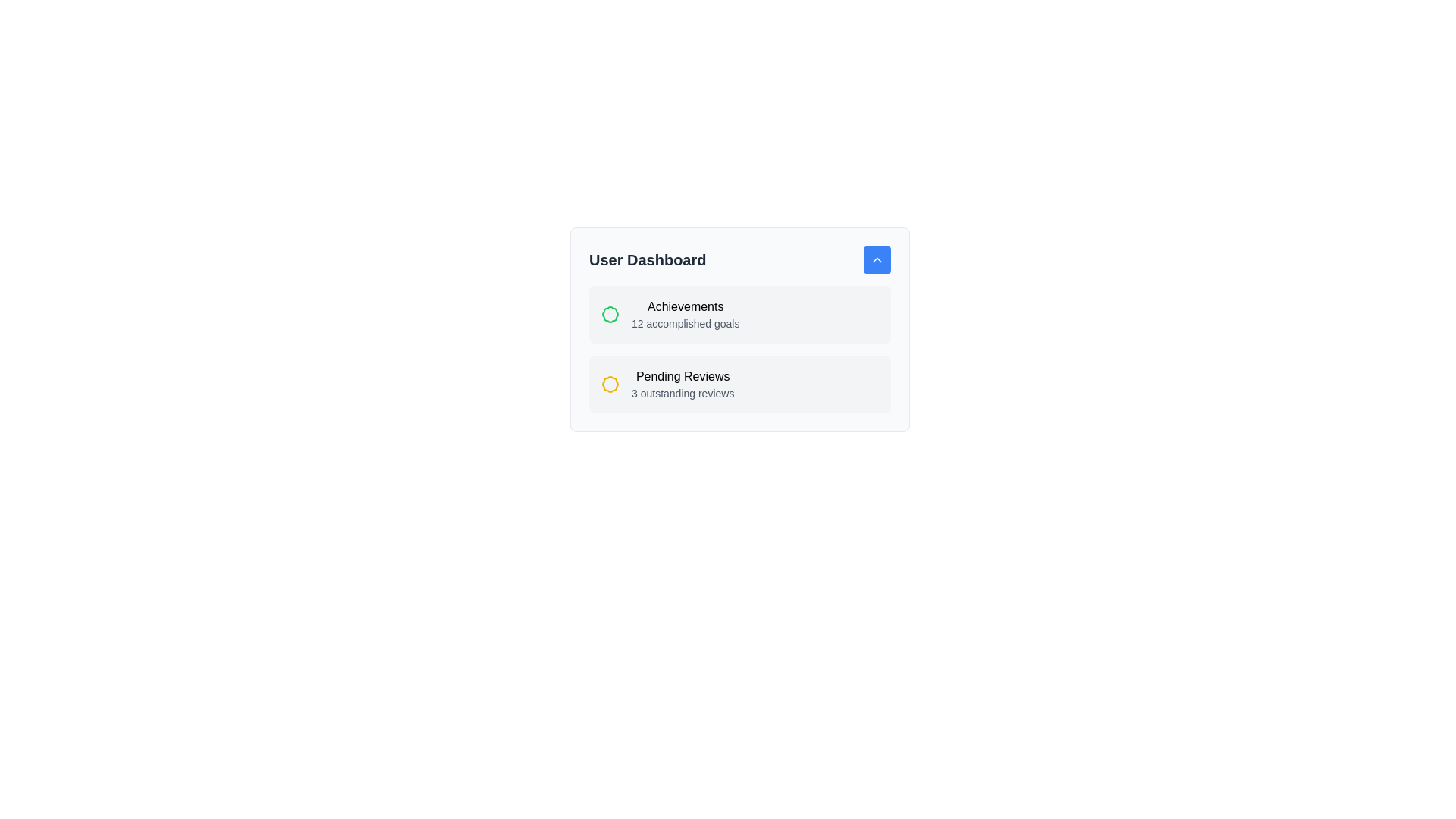 The image size is (1456, 819). I want to click on the upward-facing chevron arrow icon, which is styled with a hollow triangular shape and located at the top-right corner of the 'User Dashboard' section, to interact with it, so click(877, 259).